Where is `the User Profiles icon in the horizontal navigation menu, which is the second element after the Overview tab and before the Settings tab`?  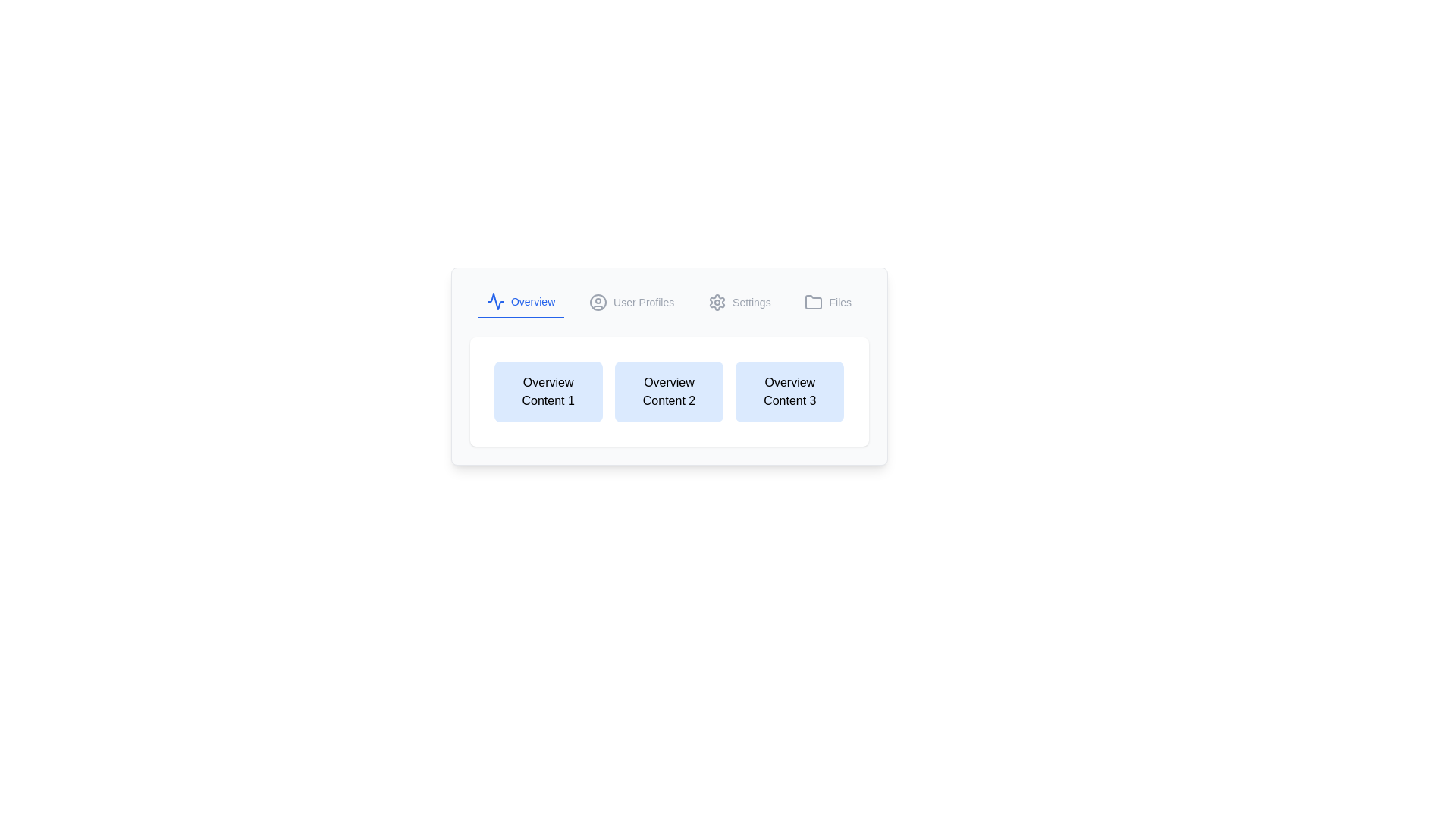
the User Profiles icon in the horizontal navigation menu, which is the second element after the Overview tab and before the Settings tab is located at coordinates (598, 302).